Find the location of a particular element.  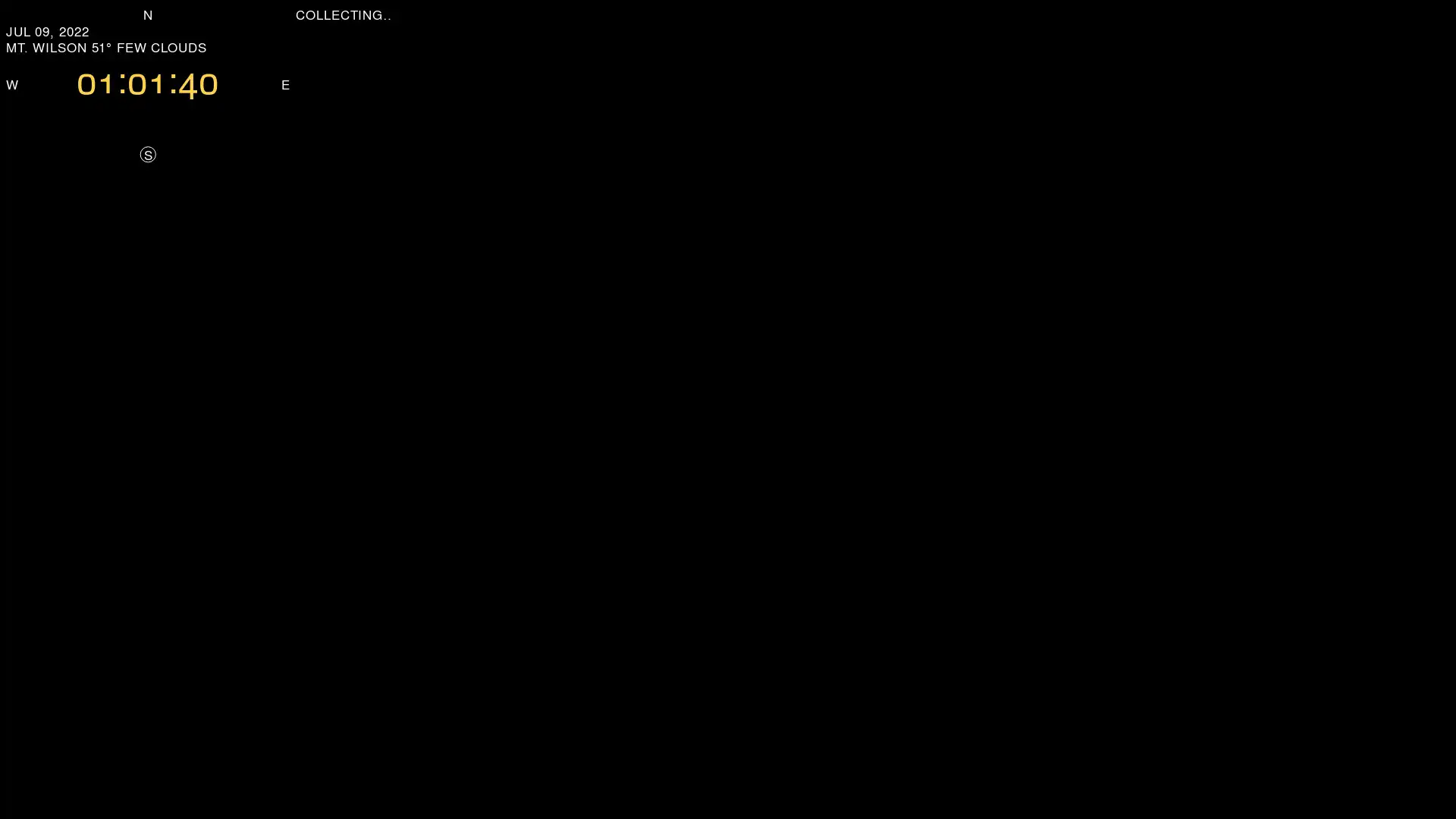

E is located at coordinates (285, 83).